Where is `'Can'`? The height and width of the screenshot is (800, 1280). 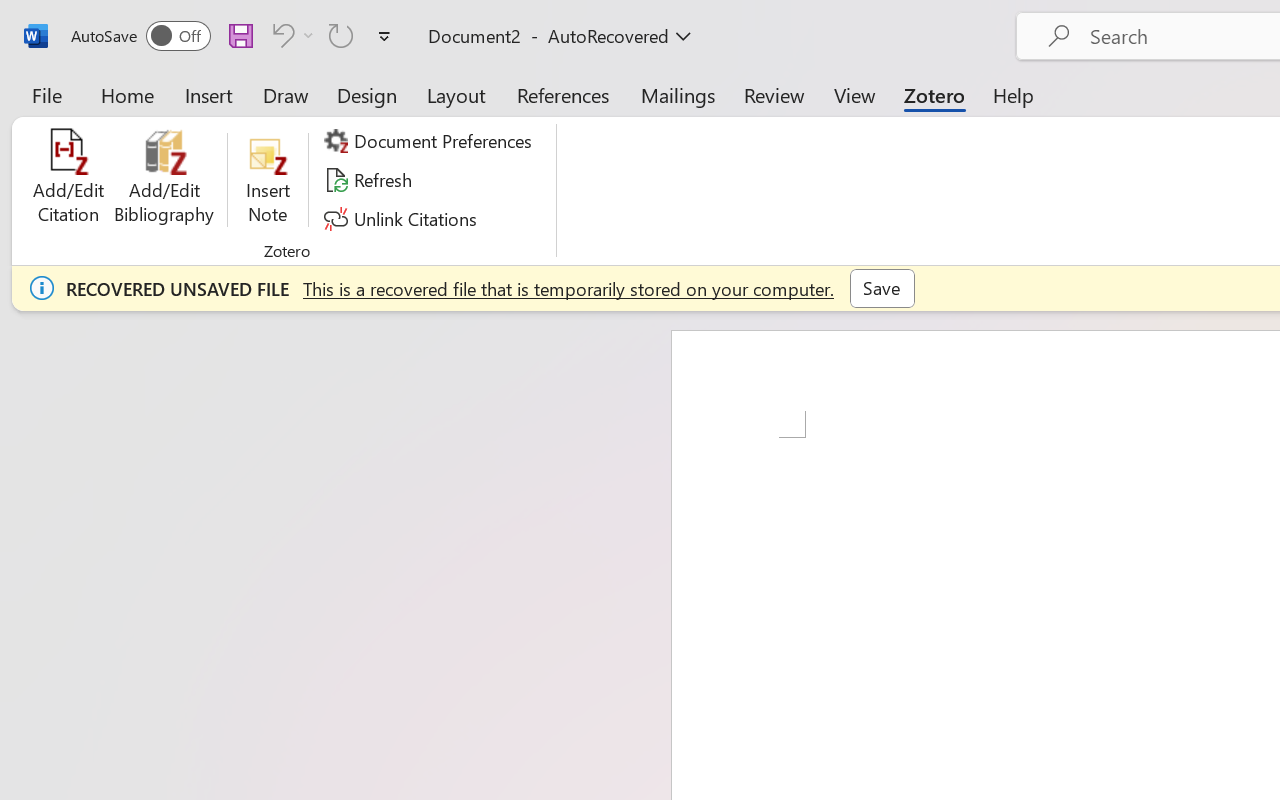
'Can' is located at coordinates (279, 34).